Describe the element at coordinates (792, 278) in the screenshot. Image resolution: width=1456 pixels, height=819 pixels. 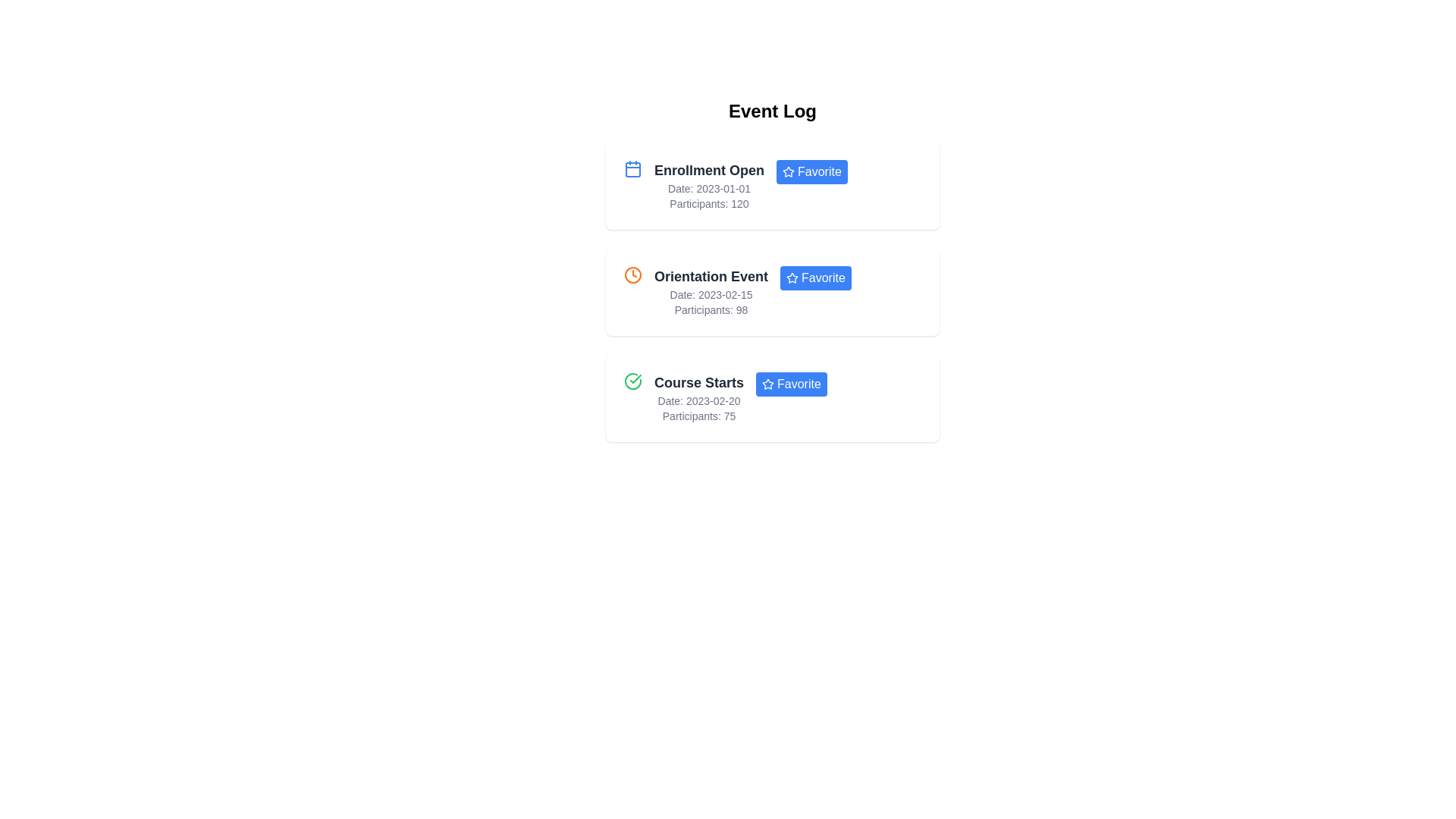
I see `the star-shaped icon with a hollow center located inside the 'Favorite' button of the 'Orientation Event' in the event list` at that location.